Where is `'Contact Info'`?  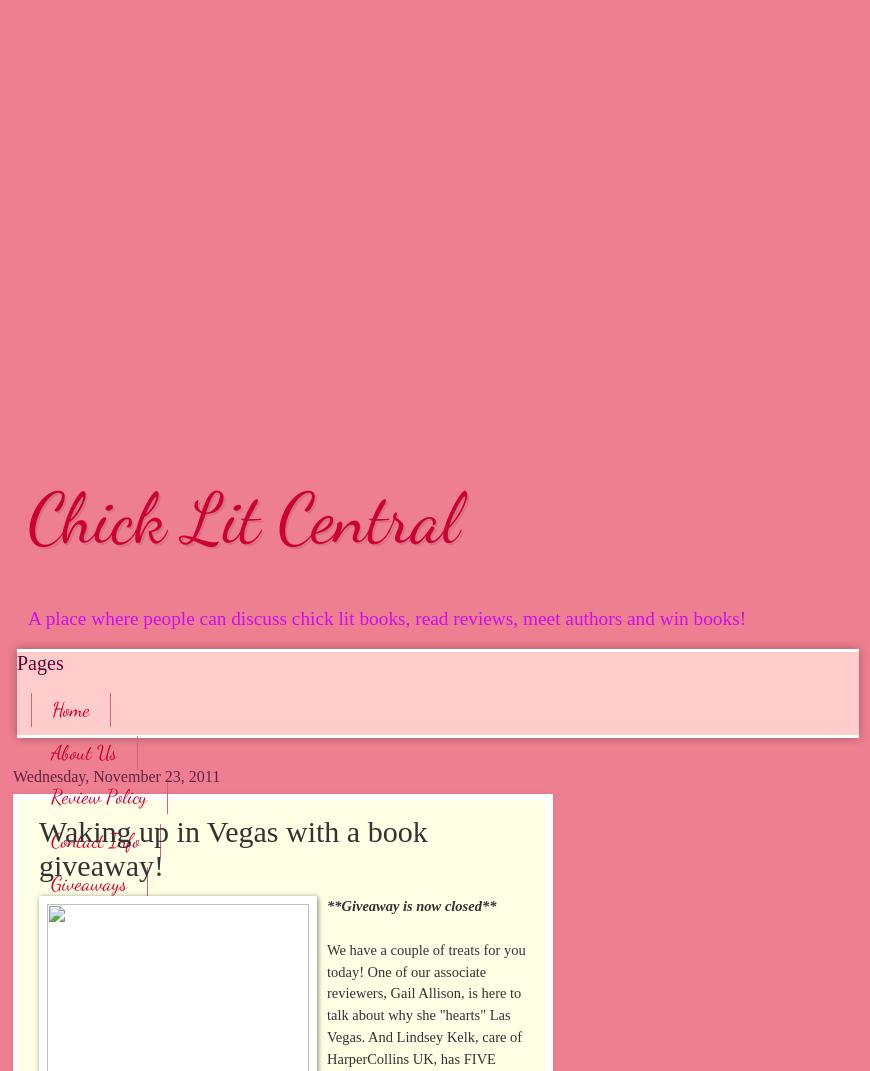
'Contact Info' is located at coordinates (49, 838).